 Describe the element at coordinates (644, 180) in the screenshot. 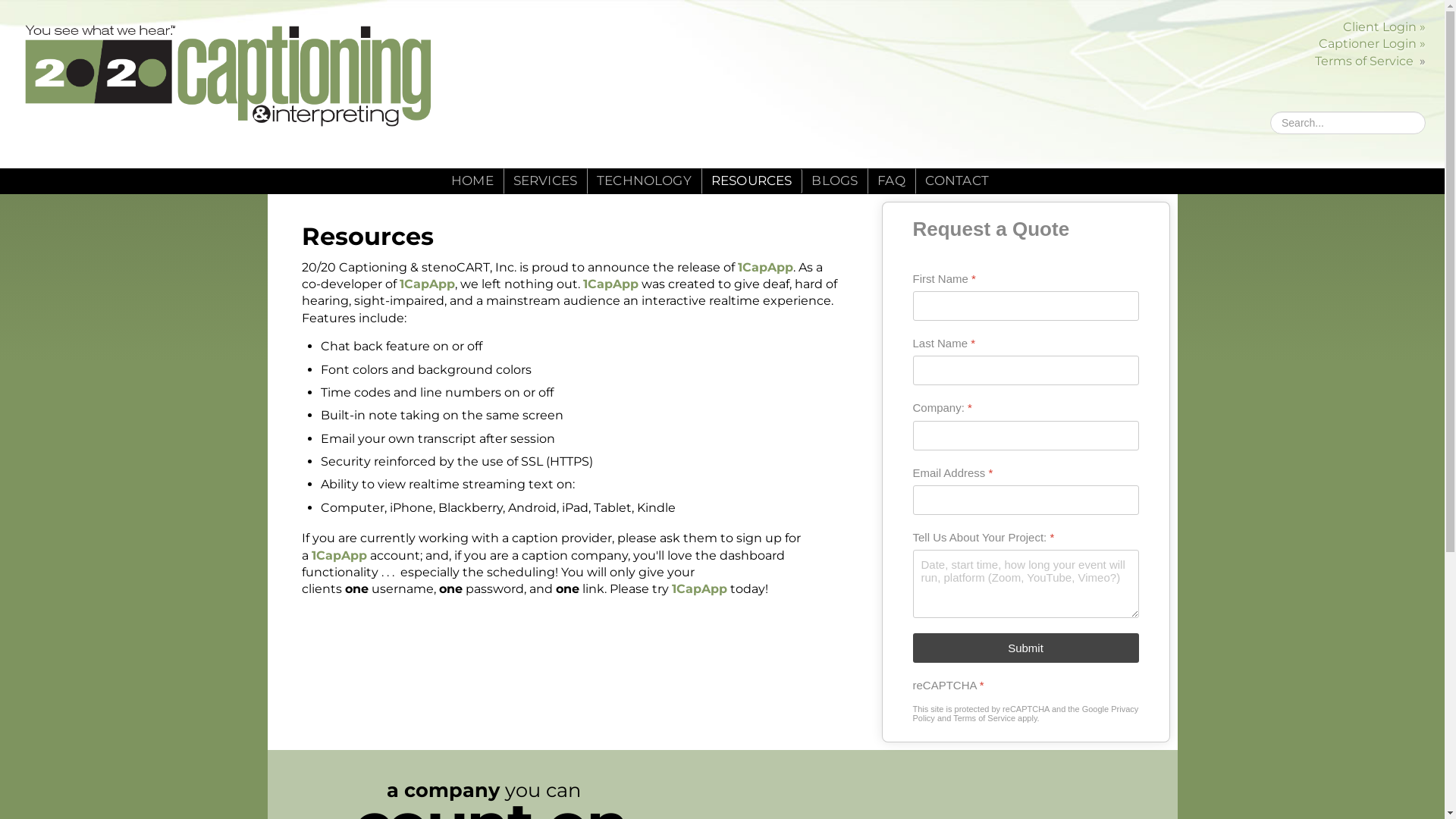

I see `'TECHNOLOGY'` at that location.